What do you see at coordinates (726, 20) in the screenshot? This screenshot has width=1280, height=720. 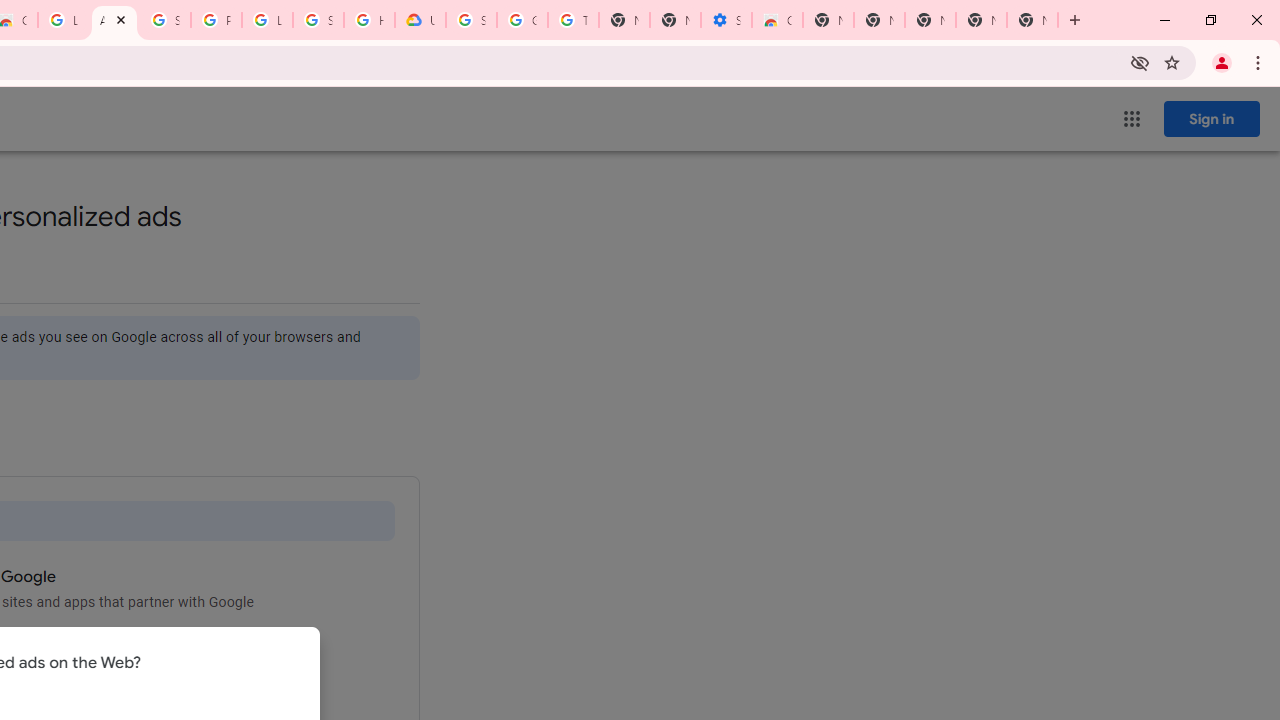 I see `'Settings - Accessibility'` at bounding box center [726, 20].